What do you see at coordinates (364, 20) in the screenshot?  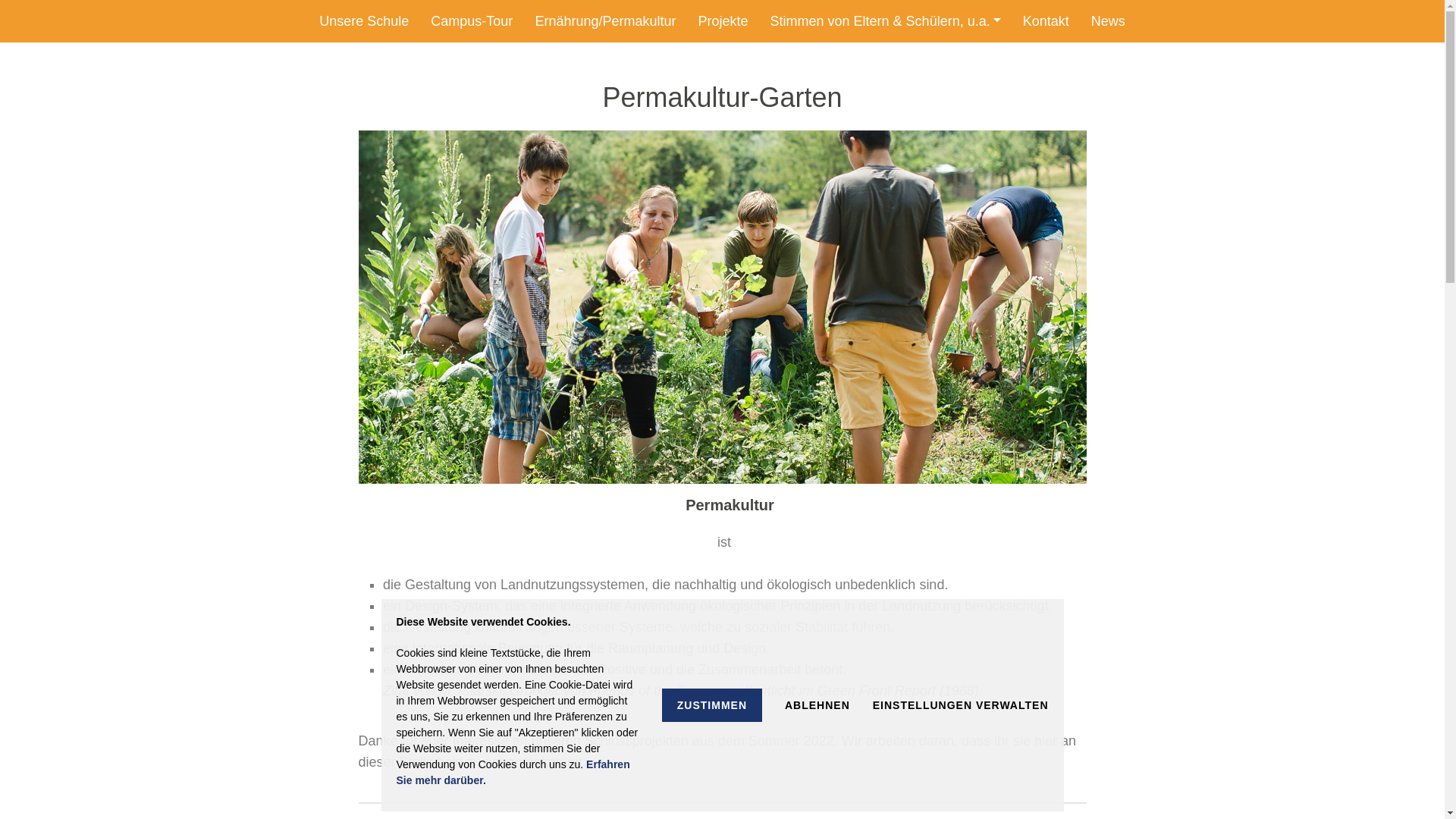 I see `'Unsere Schule'` at bounding box center [364, 20].